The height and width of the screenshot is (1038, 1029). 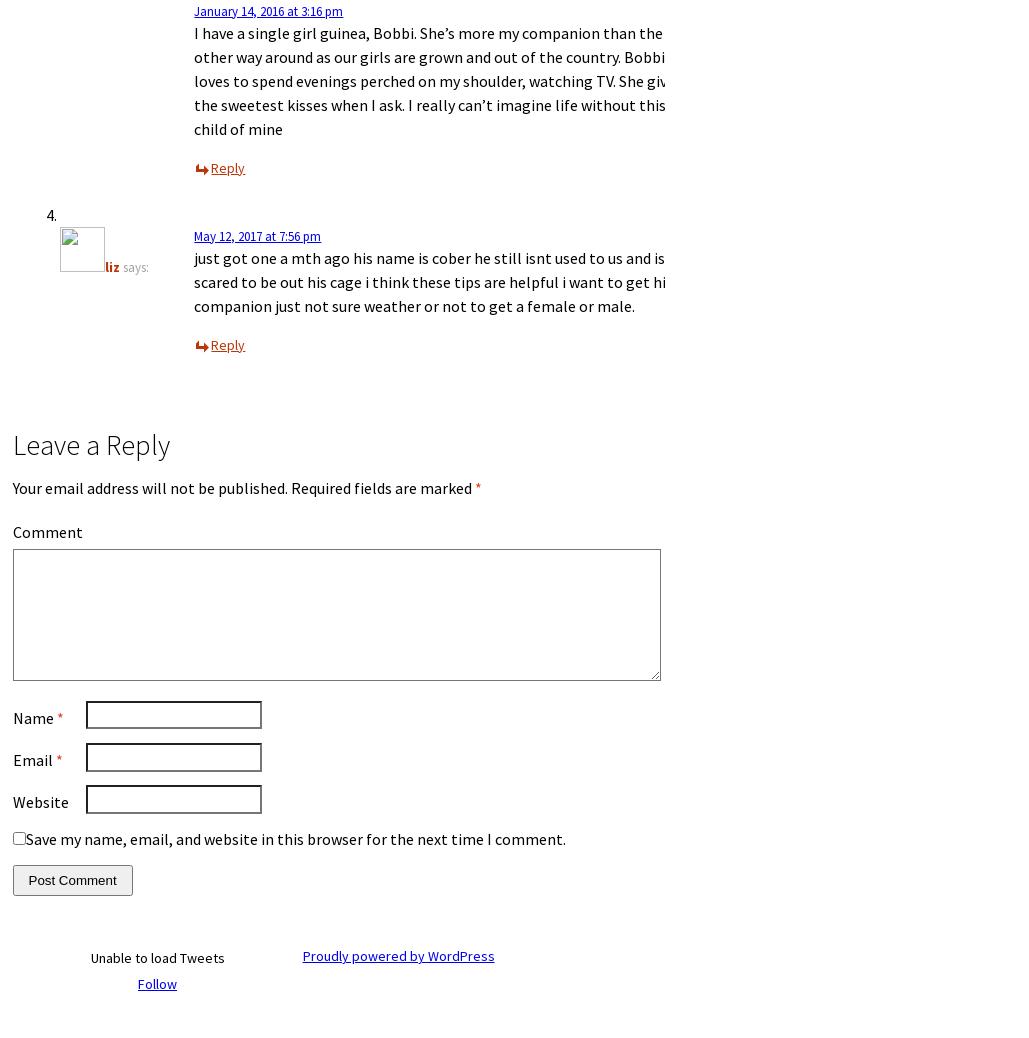 What do you see at coordinates (12, 757) in the screenshot?
I see `'Email'` at bounding box center [12, 757].